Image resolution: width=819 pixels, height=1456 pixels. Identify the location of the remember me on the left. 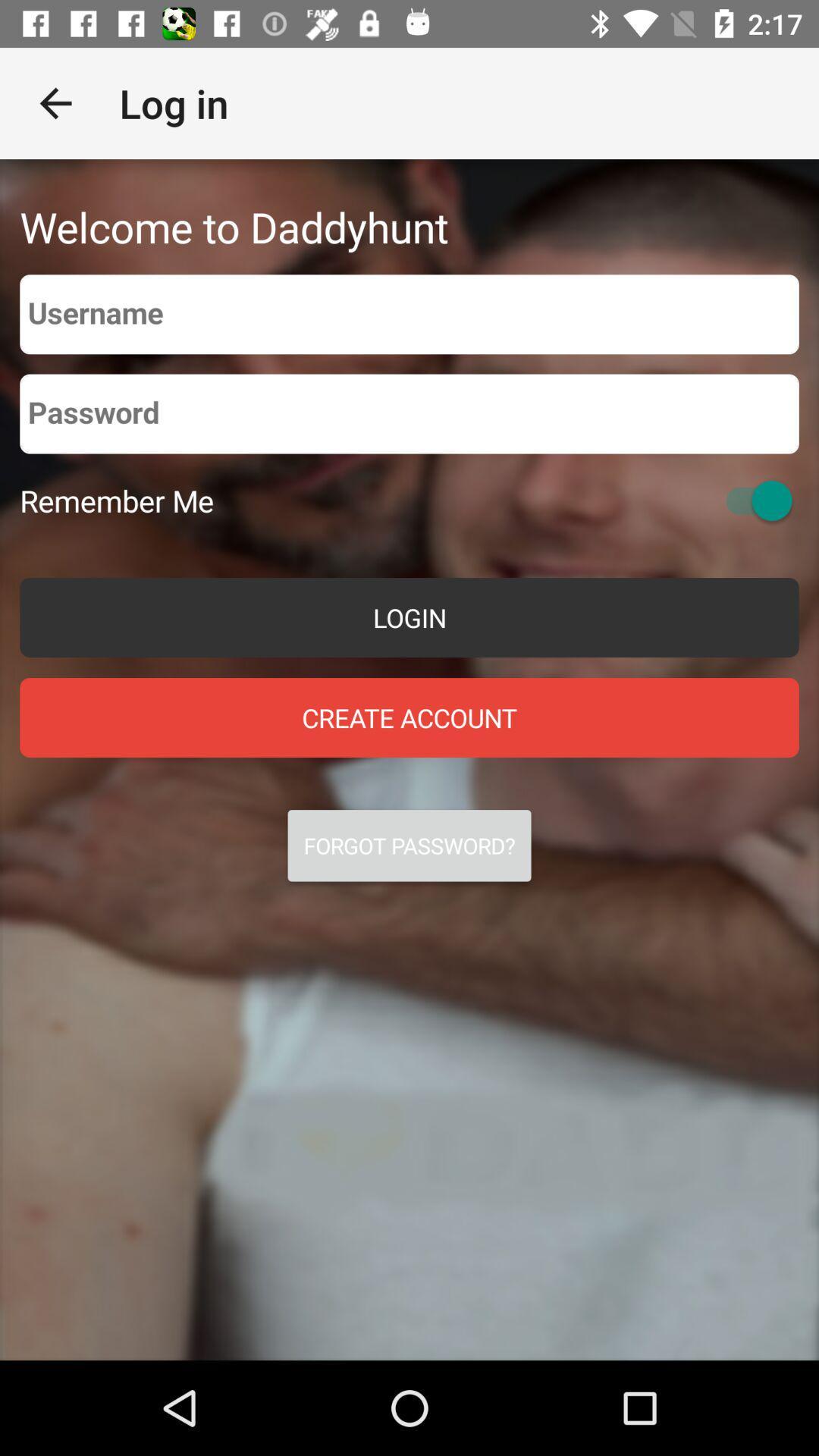
(116, 500).